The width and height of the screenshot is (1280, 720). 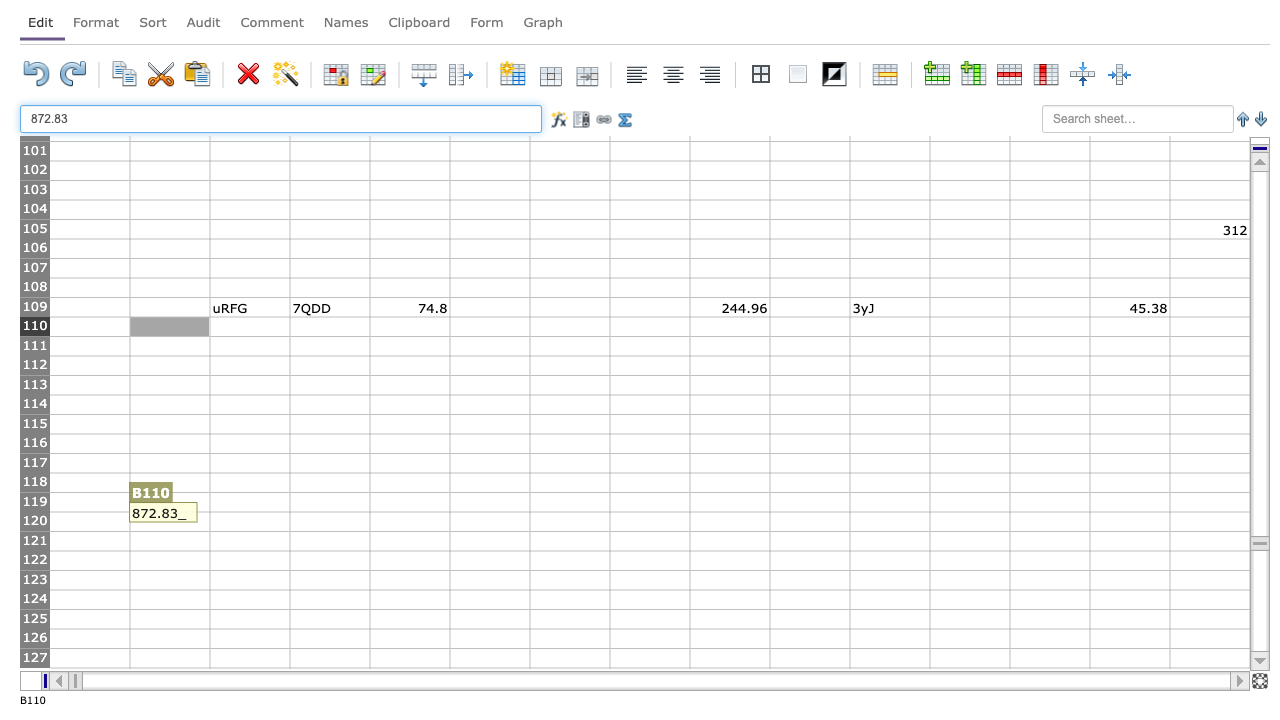 What do you see at coordinates (329, 520) in the screenshot?
I see `cell at column D row 120` at bounding box center [329, 520].